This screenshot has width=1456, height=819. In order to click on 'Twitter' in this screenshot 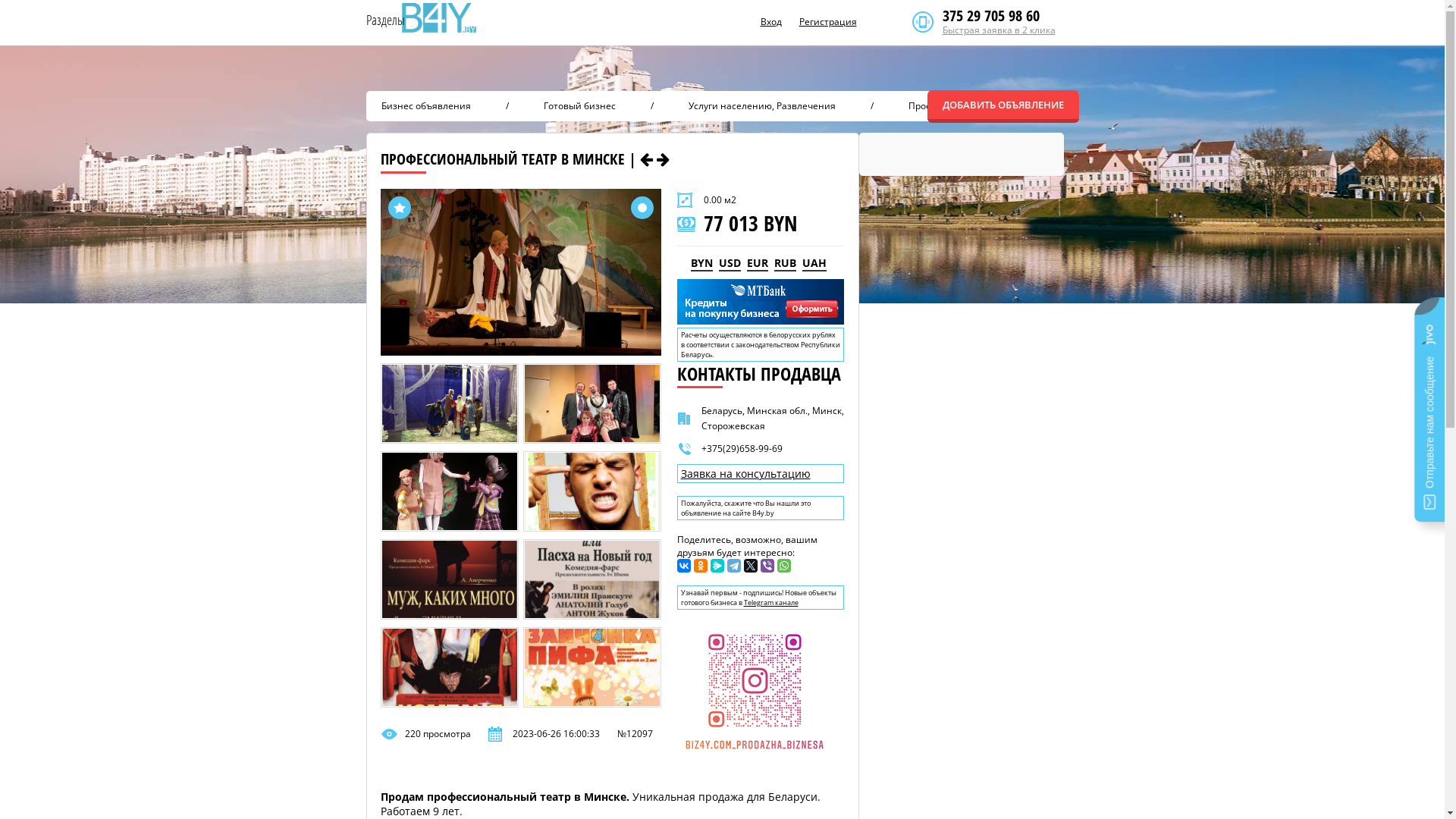, I will do `click(749, 565)`.